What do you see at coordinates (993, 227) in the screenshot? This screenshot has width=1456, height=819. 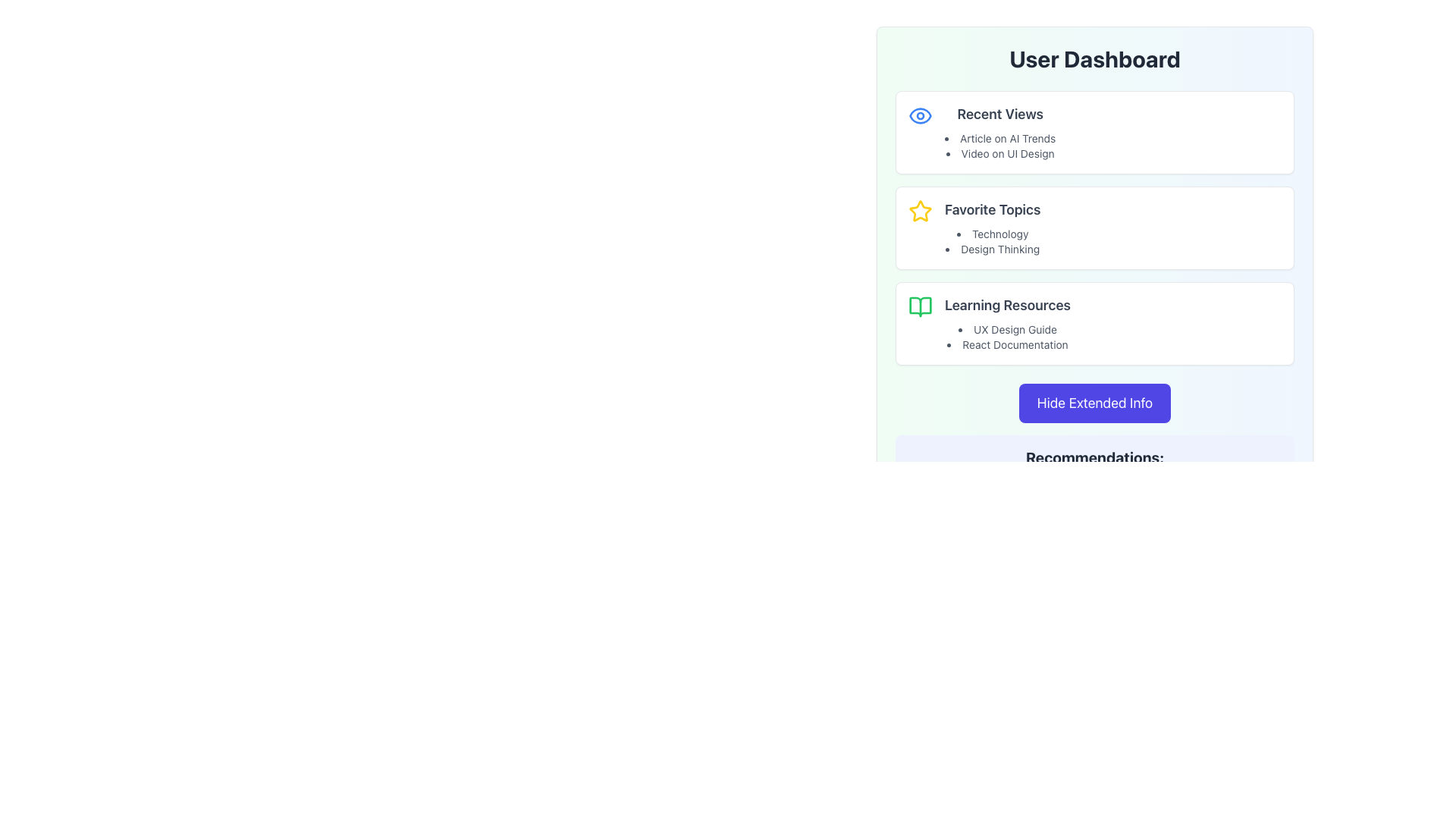 I see `the informational text block displaying the user's favorite topics, which is the second card in the user dashboard UI, located below 'Recent Views' and above 'Learning Resources'` at bounding box center [993, 227].